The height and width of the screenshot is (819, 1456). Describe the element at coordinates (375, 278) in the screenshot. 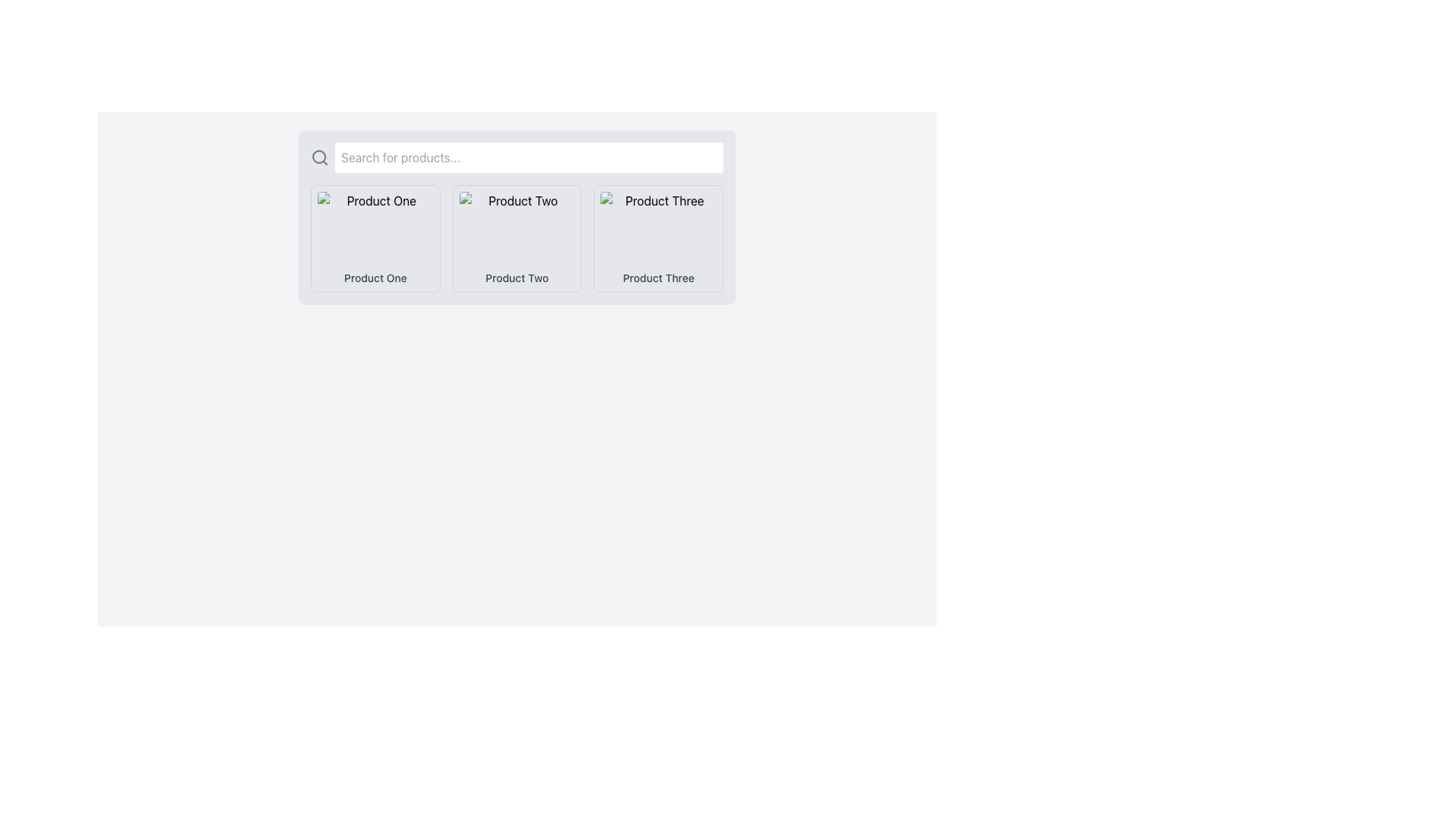

I see `text label at the bottom of the first product card on the left, which provides the name or title for the product` at that location.